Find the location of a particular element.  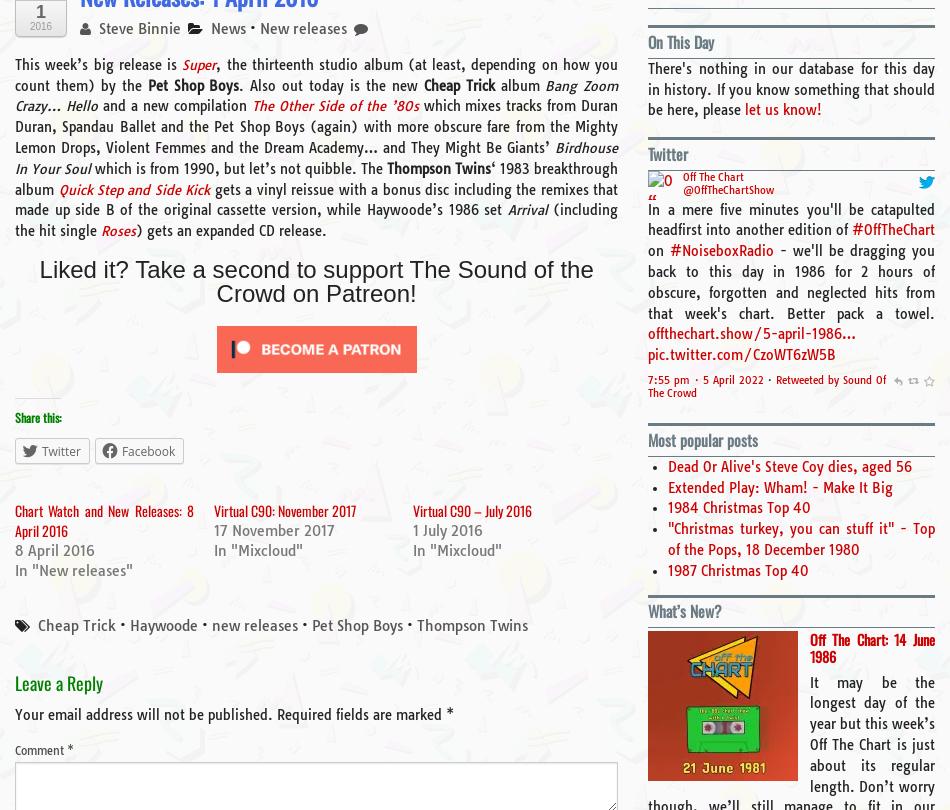

'1987 Christmas Top 40' is located at coordinates (737, 569).